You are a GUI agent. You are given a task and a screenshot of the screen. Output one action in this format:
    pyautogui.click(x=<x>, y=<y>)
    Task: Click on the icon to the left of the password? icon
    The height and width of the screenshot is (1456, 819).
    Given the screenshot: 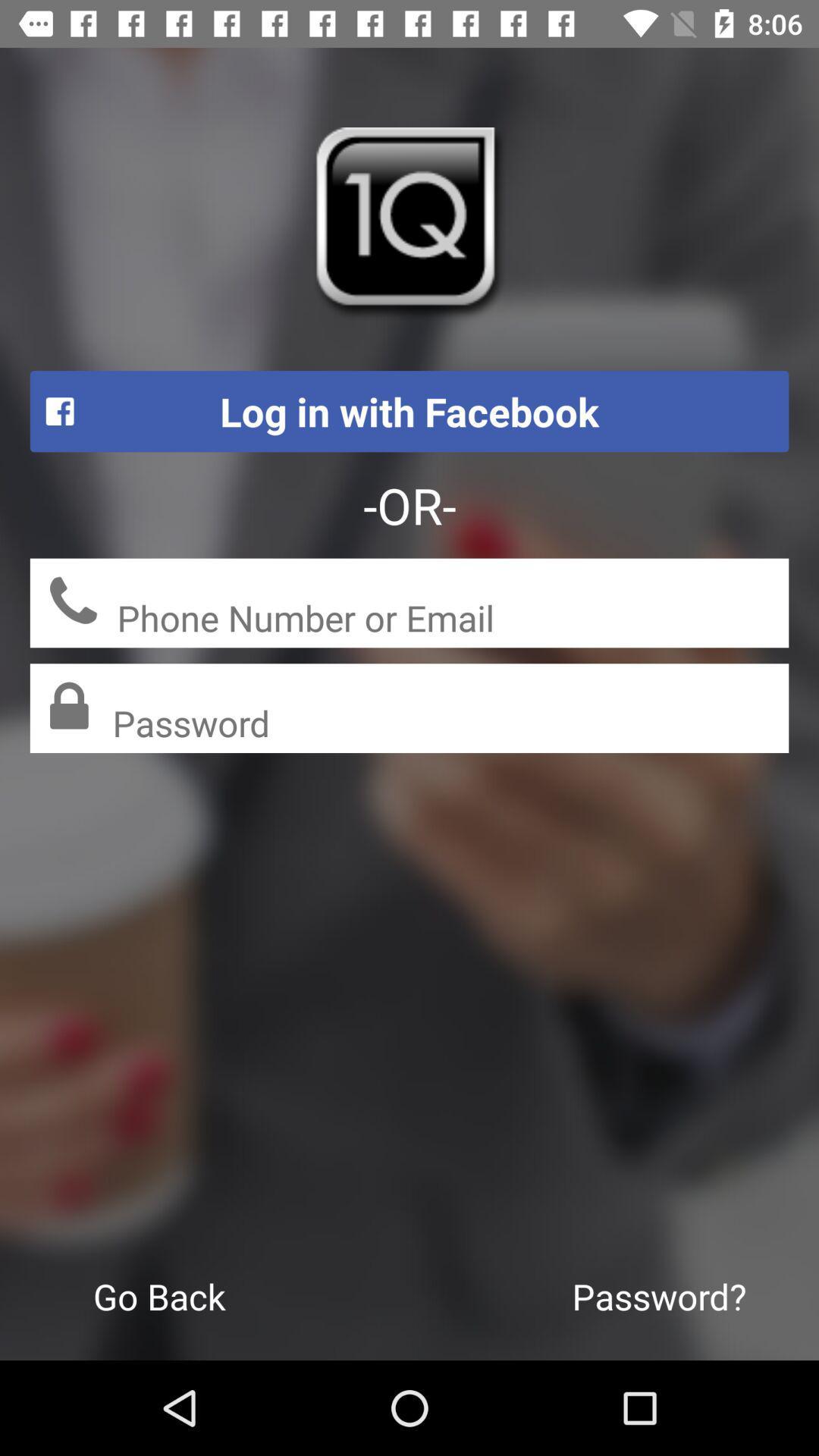 What is the action you would take?
    pyautogui.click(x=159, y=1295)
    